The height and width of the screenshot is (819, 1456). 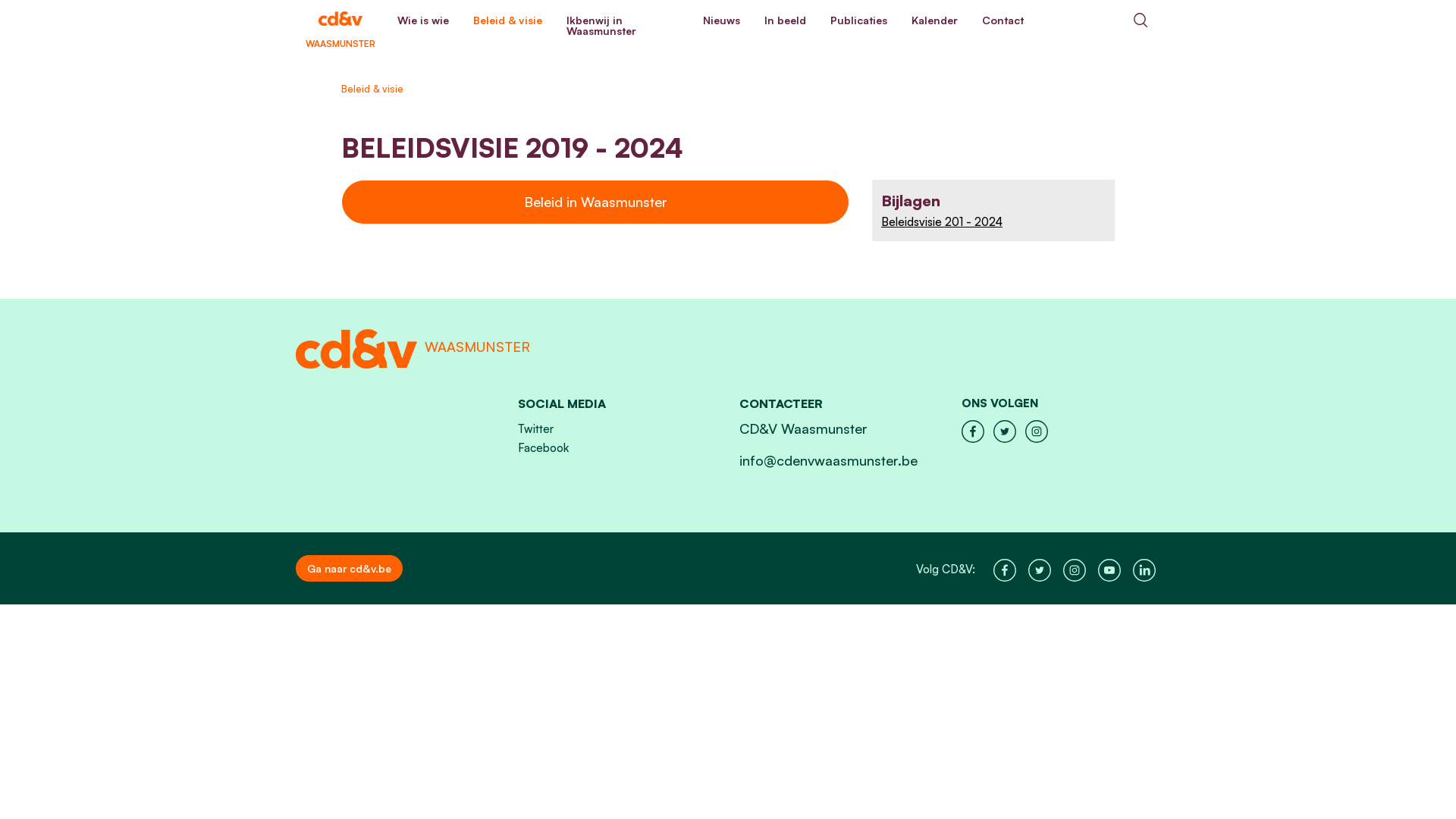 What do you see at coordinates (507, 20) in the screenshot?
I see `'Beleid & visie'` at bounding box center [507, 20].